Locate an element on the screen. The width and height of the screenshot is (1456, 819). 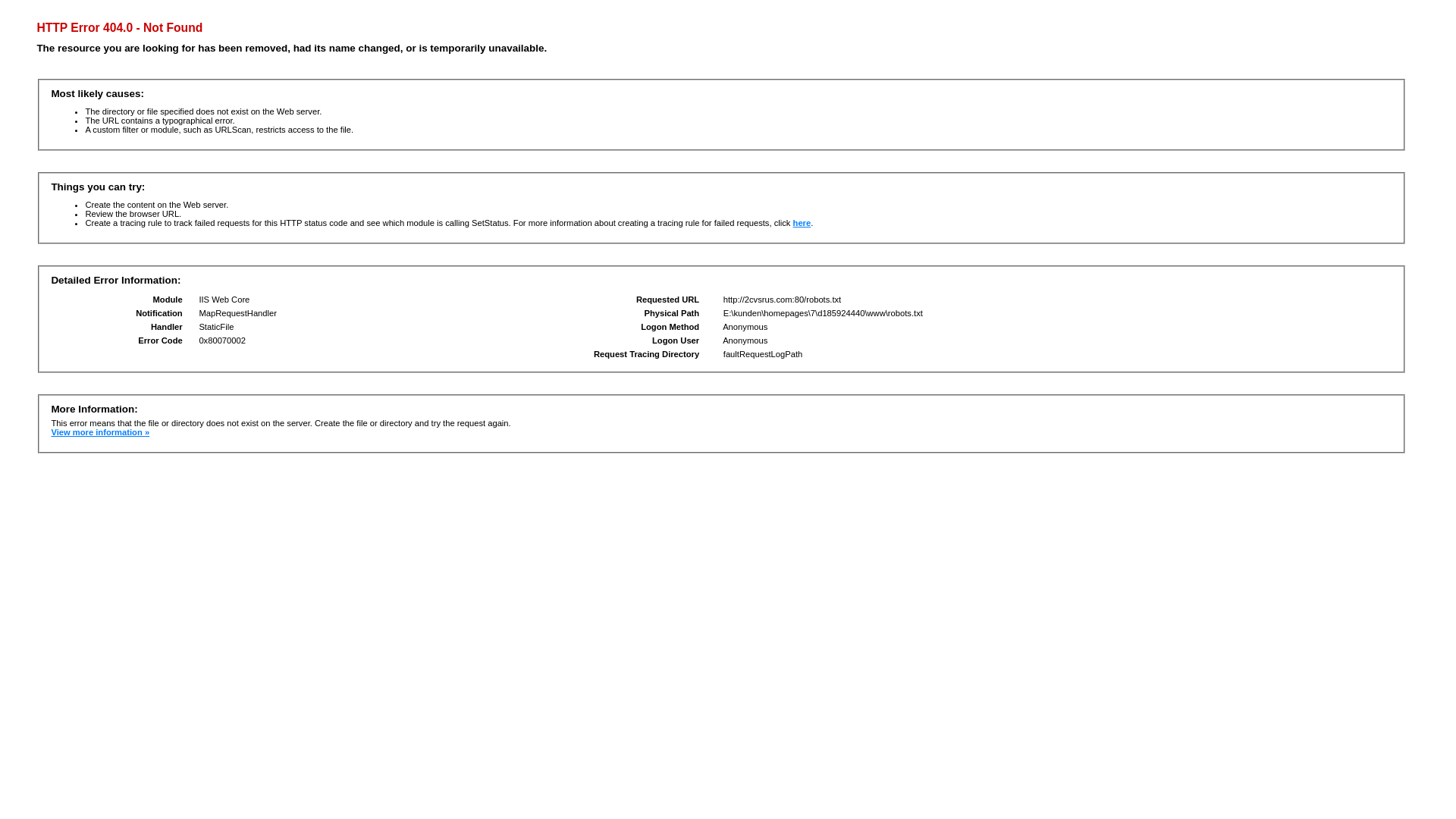
'here' is located at coordinates (801, 222).